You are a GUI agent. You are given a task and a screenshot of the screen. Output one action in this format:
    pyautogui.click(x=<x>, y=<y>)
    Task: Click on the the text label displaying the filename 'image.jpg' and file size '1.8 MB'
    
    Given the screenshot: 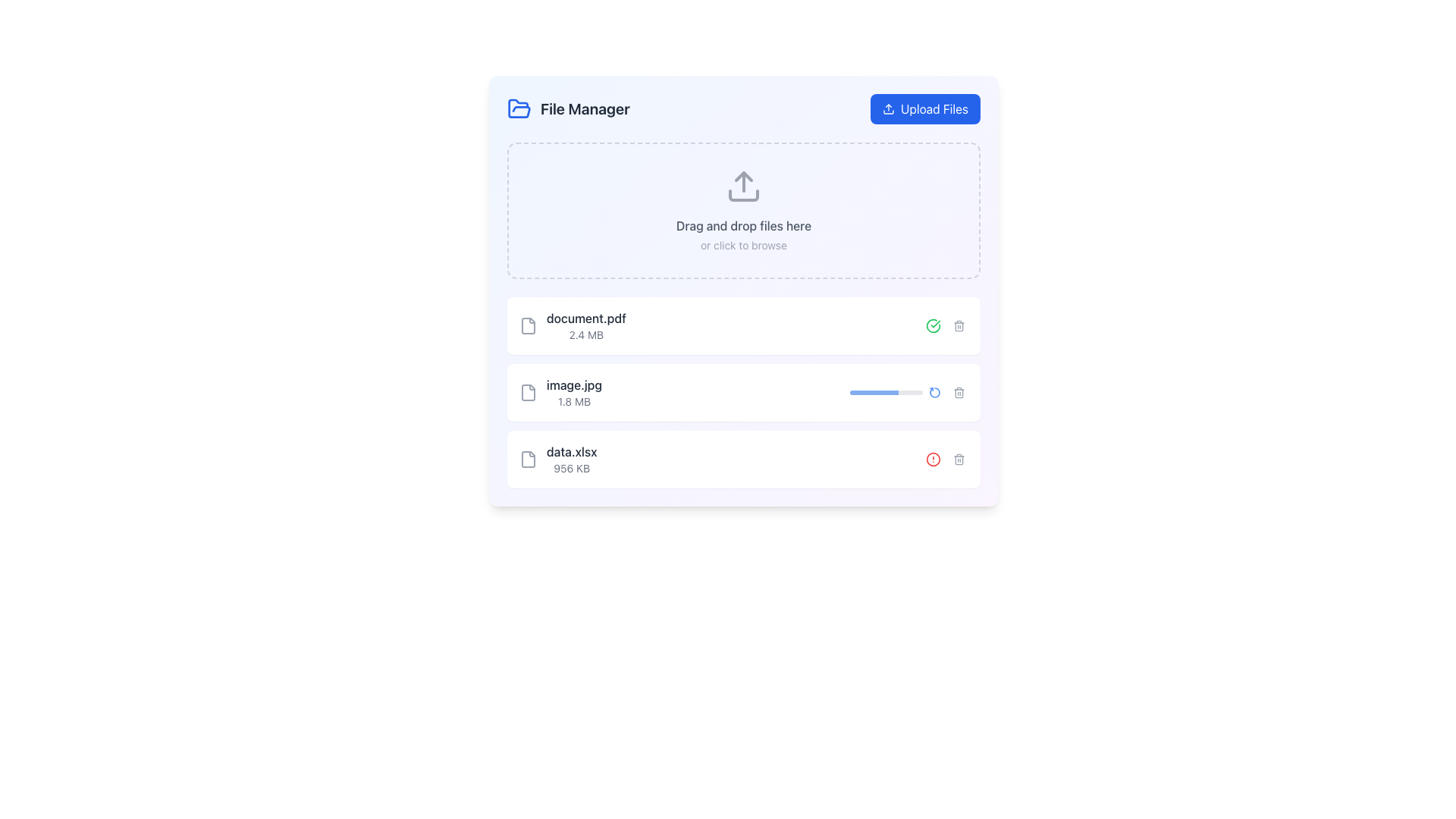 What is the action you would take?
    pyautogui.click(x=573, y=391)
    